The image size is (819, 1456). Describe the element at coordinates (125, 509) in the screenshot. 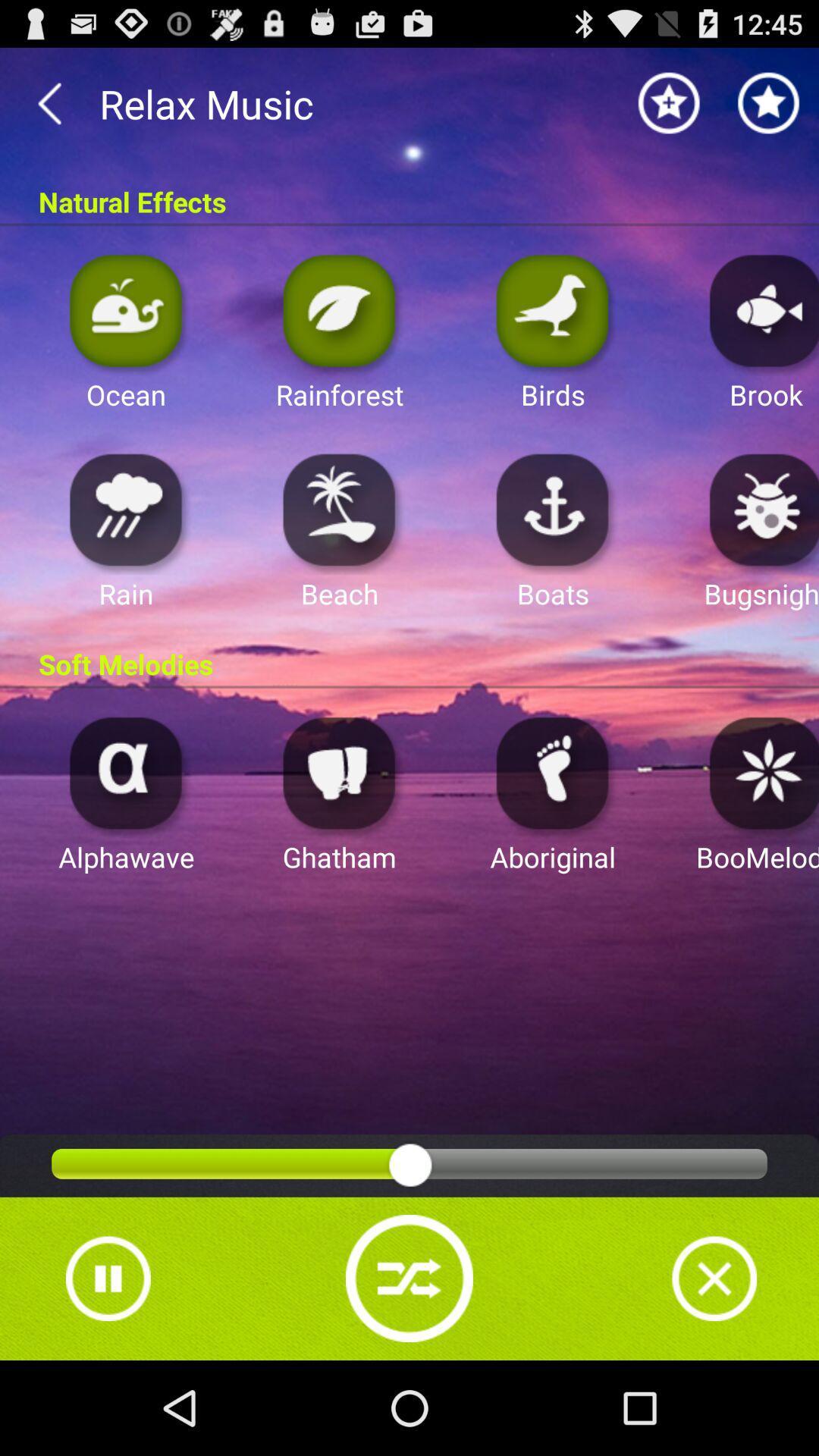

I see `open app` at that location.